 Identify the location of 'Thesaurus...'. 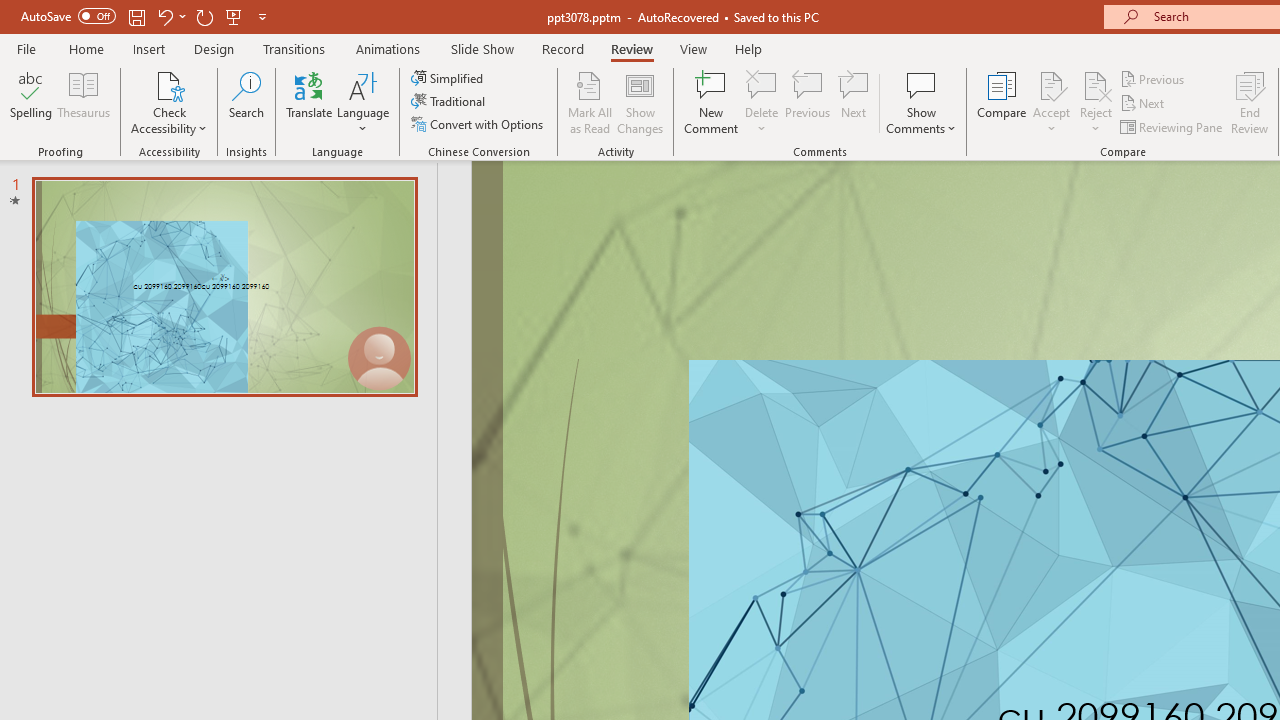
(82, 103).